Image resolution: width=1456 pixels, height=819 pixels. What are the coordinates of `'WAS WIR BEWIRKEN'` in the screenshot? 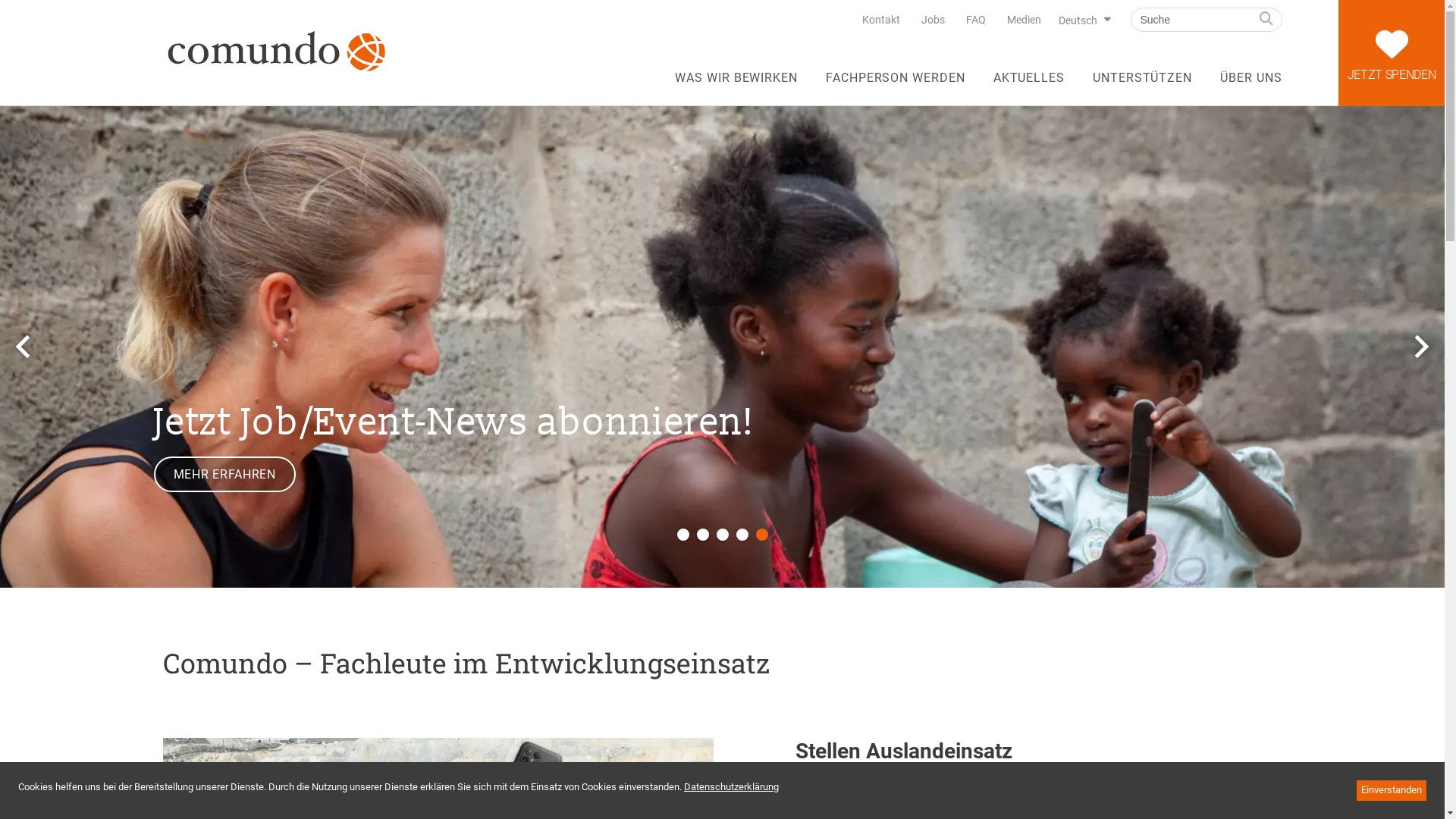 It's located at (736, 84).